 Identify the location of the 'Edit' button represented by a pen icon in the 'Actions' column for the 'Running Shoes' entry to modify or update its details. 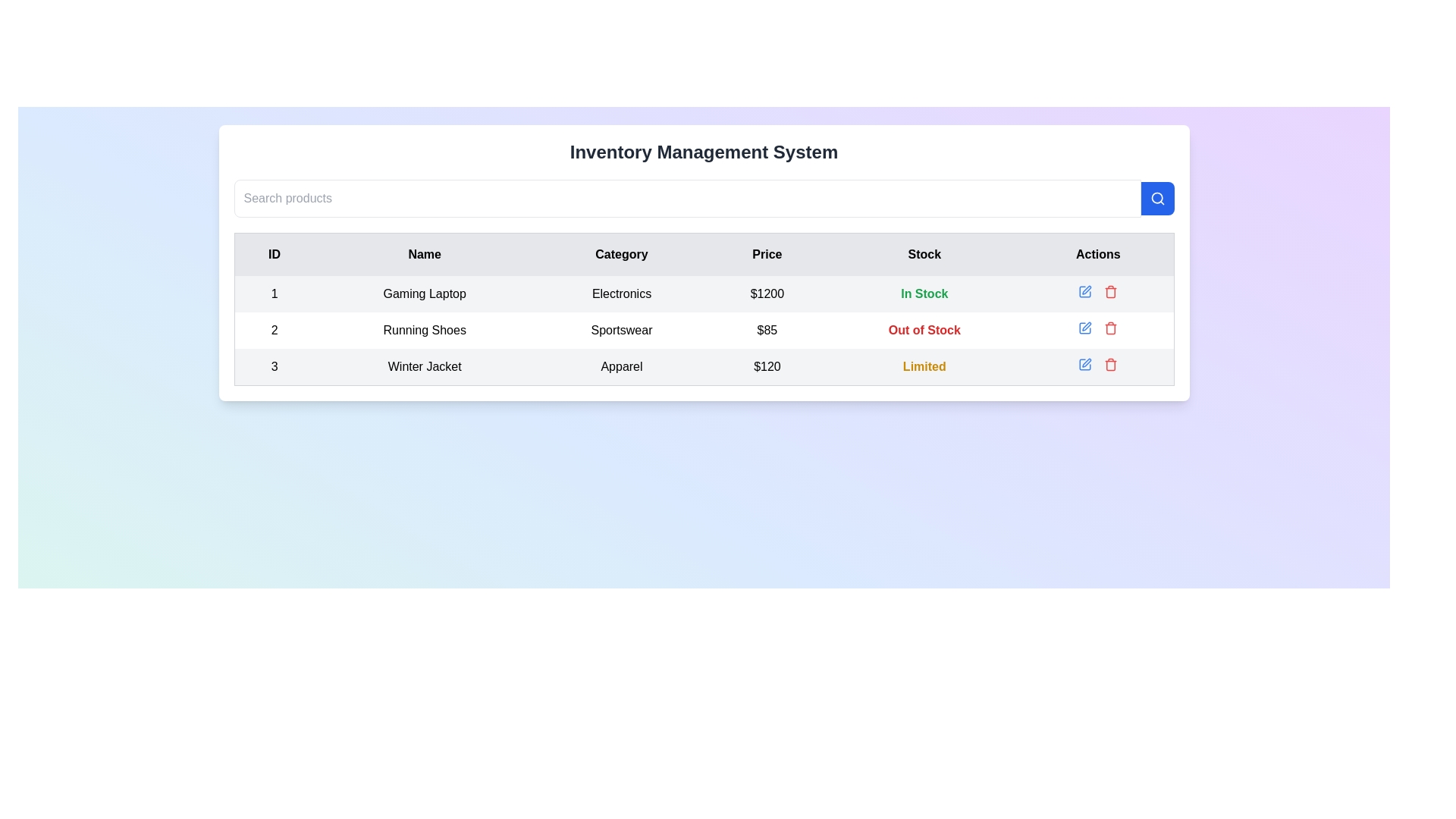
(1086, 325).